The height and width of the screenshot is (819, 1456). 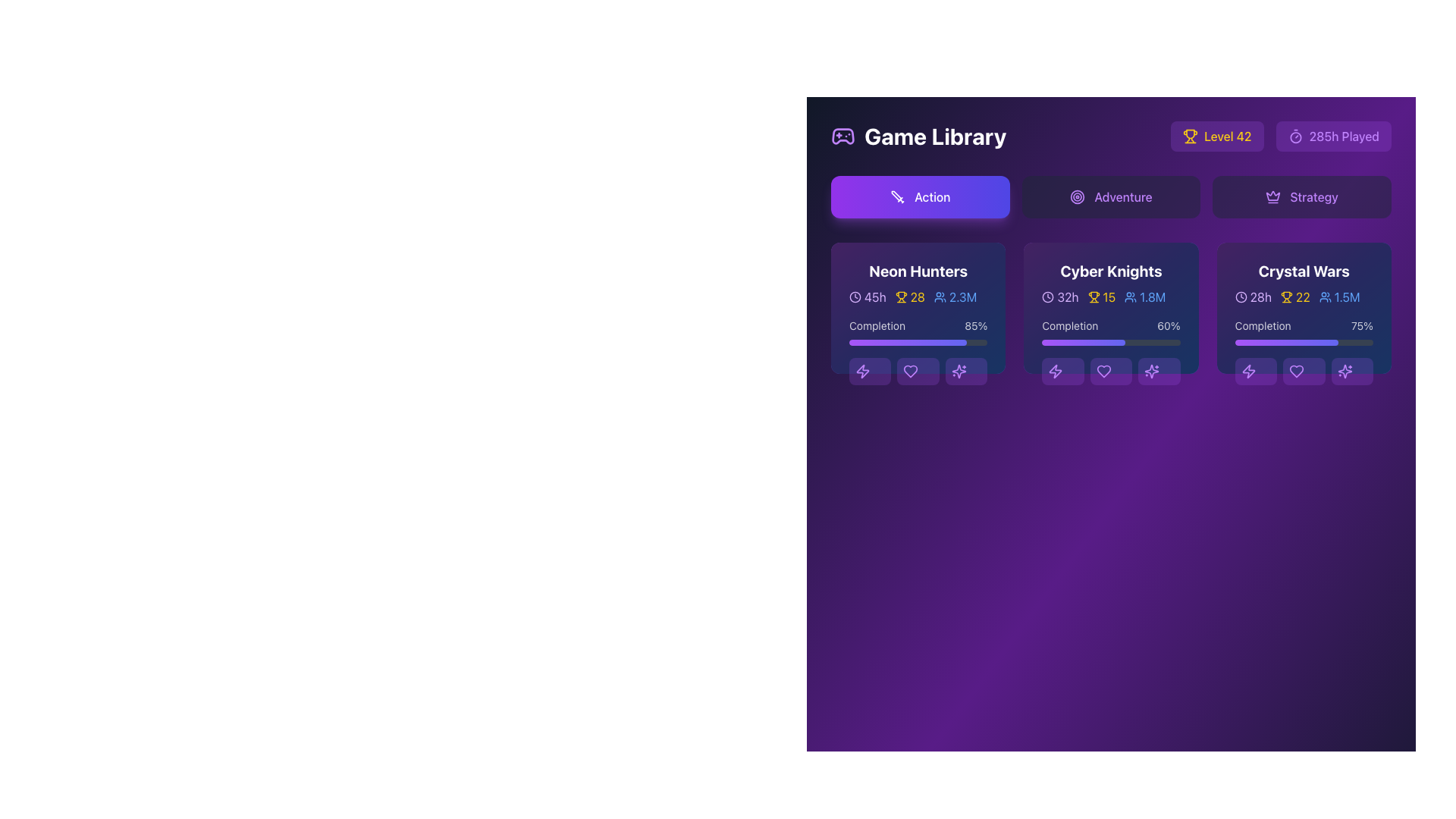 What do you see at coordinates (919, 196) in the screenshot?
I see `the horizontally elongated button with rounded corners displaying a gradient background from purple to indigo, which contains a white sword icon and the text 'Action'` at bounding box center [919, 196].